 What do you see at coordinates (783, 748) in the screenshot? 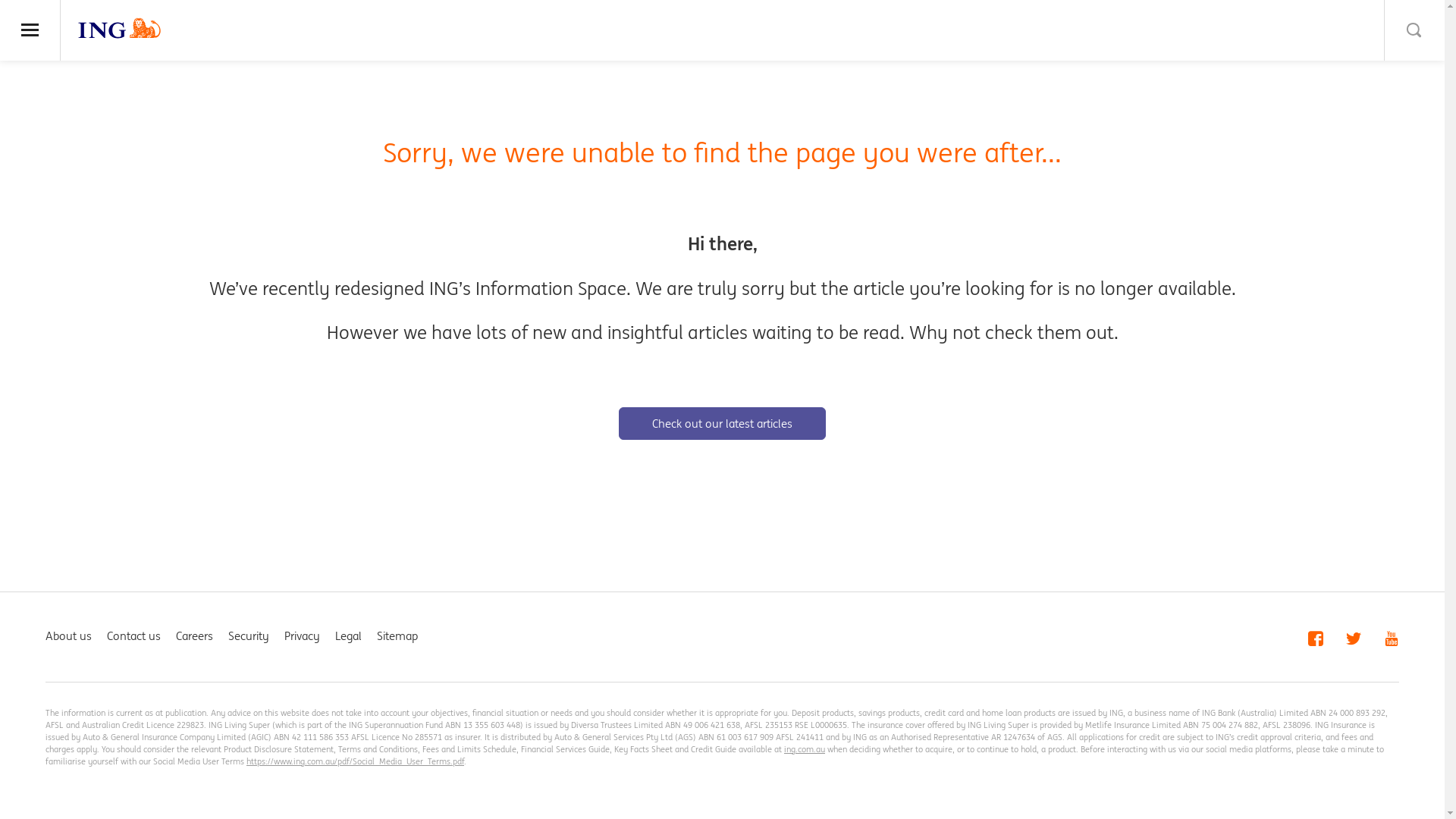
I see `'ing.com.au'` at bounding box center [783, 748].